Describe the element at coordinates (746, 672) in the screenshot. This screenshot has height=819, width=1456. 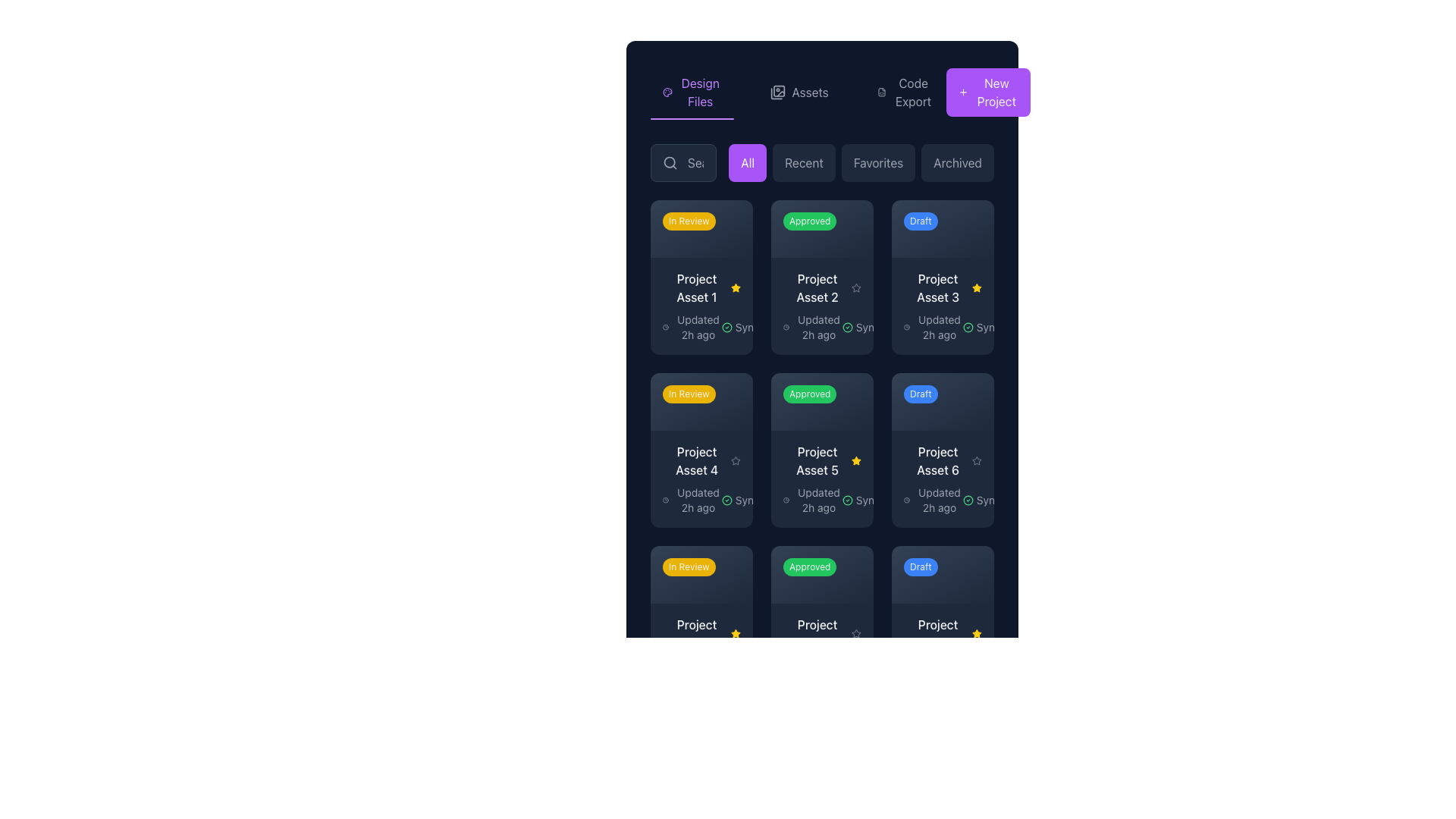
I see `the status of the Indicator with inline text that displays a green circular check icon and the text 'Synced', located at the bottom right corner of the grid card` at that location.